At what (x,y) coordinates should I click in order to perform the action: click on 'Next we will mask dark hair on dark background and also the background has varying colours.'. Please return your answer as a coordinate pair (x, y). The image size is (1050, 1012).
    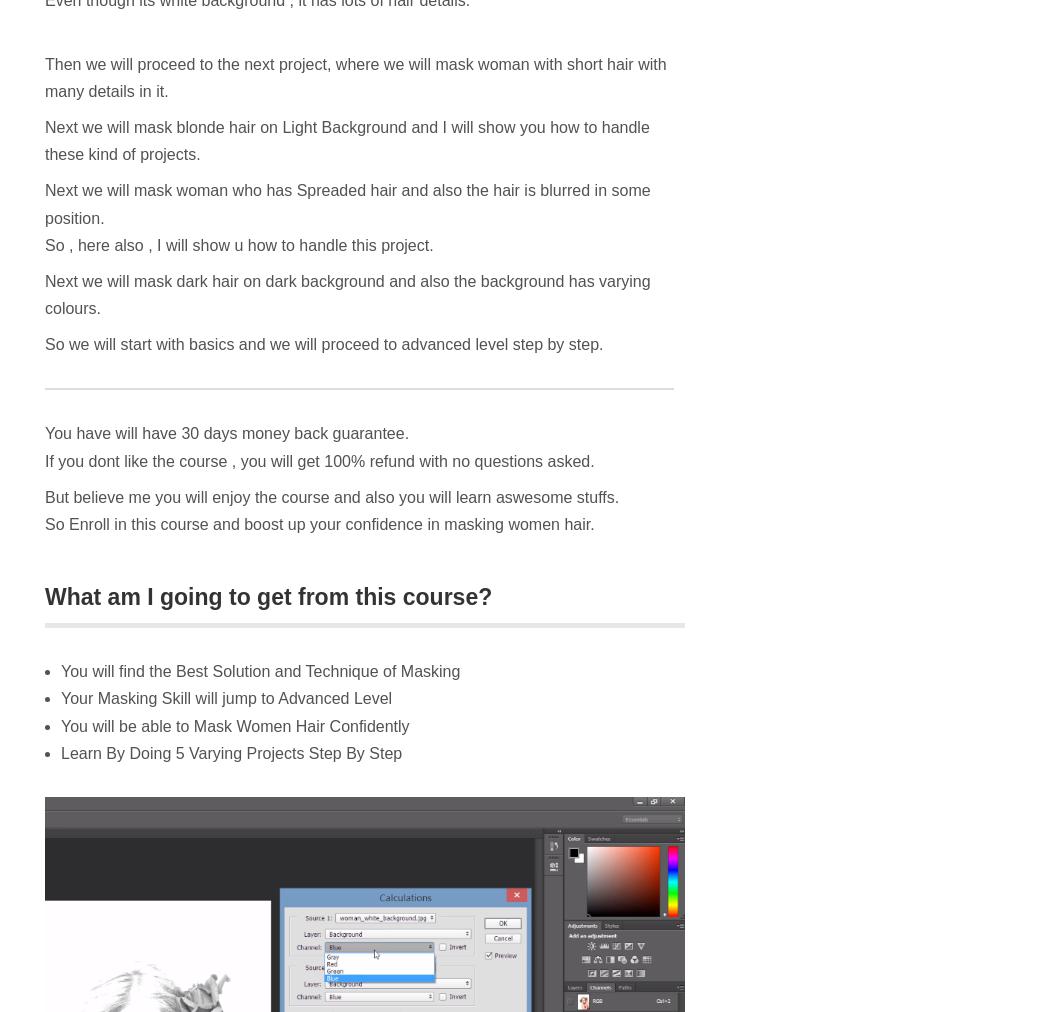
    Looking at the image, I should click on (346, 293).